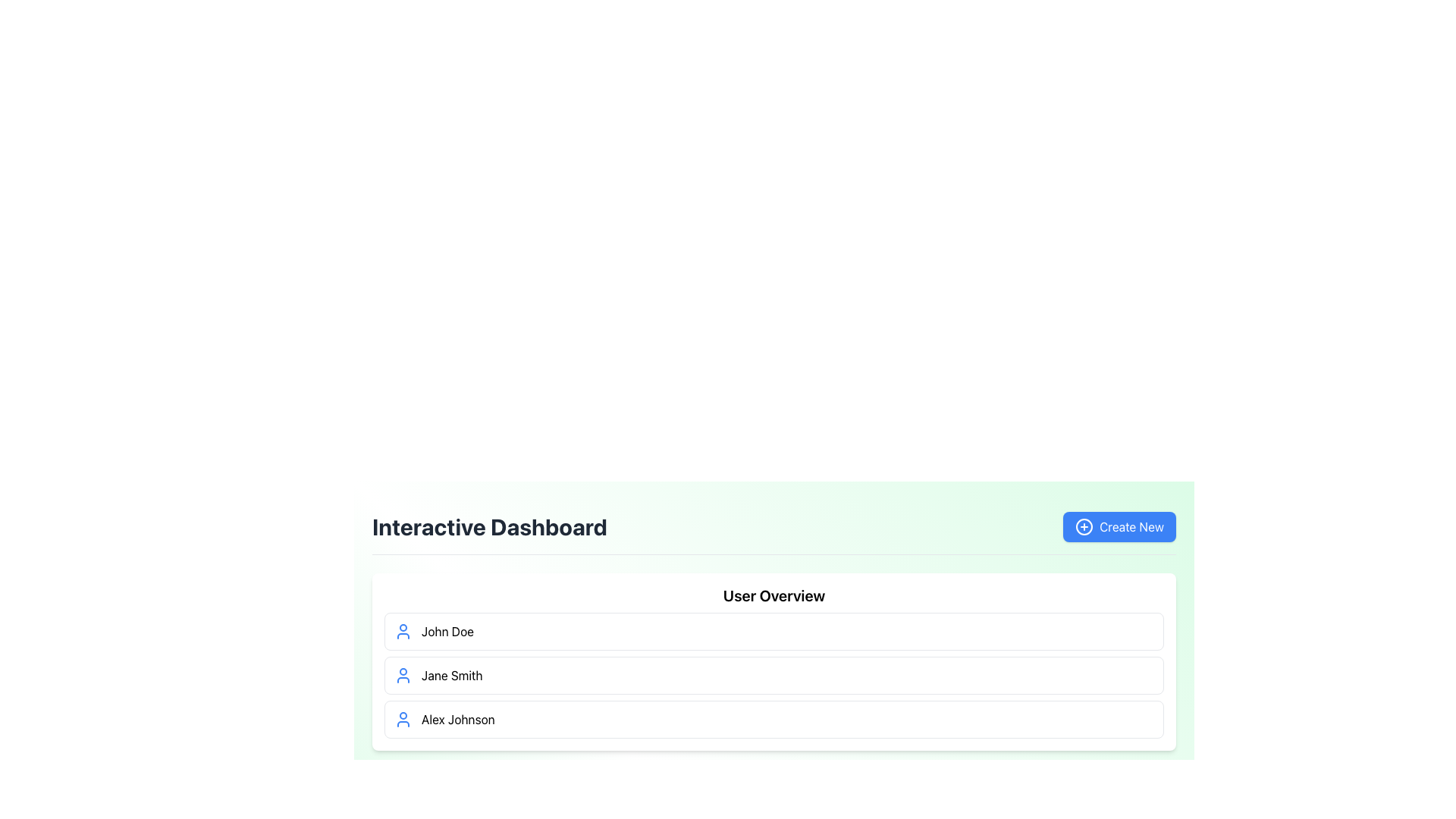 Image resolution: width=1456 pixels, height=819 pixels. What do you see at coordinates (774, 718) in the screenshot?
I see `the list item component representing the user entry for 'Alex Johnson' to trigger style changes` at bounding box center [774, 718].